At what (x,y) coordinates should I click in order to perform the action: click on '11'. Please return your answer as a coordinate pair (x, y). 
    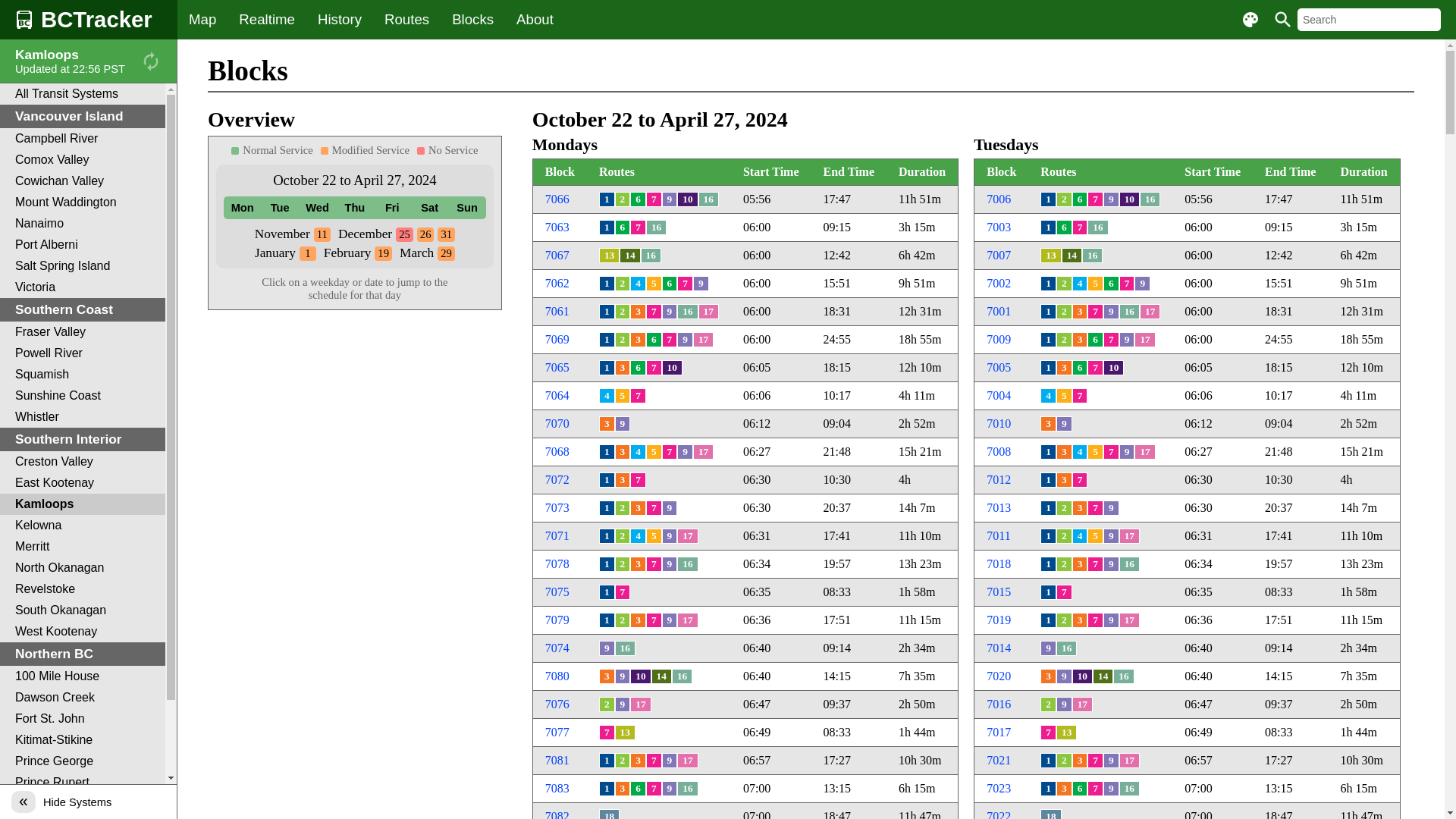
    Looking at the image, I should click on (312, 234).